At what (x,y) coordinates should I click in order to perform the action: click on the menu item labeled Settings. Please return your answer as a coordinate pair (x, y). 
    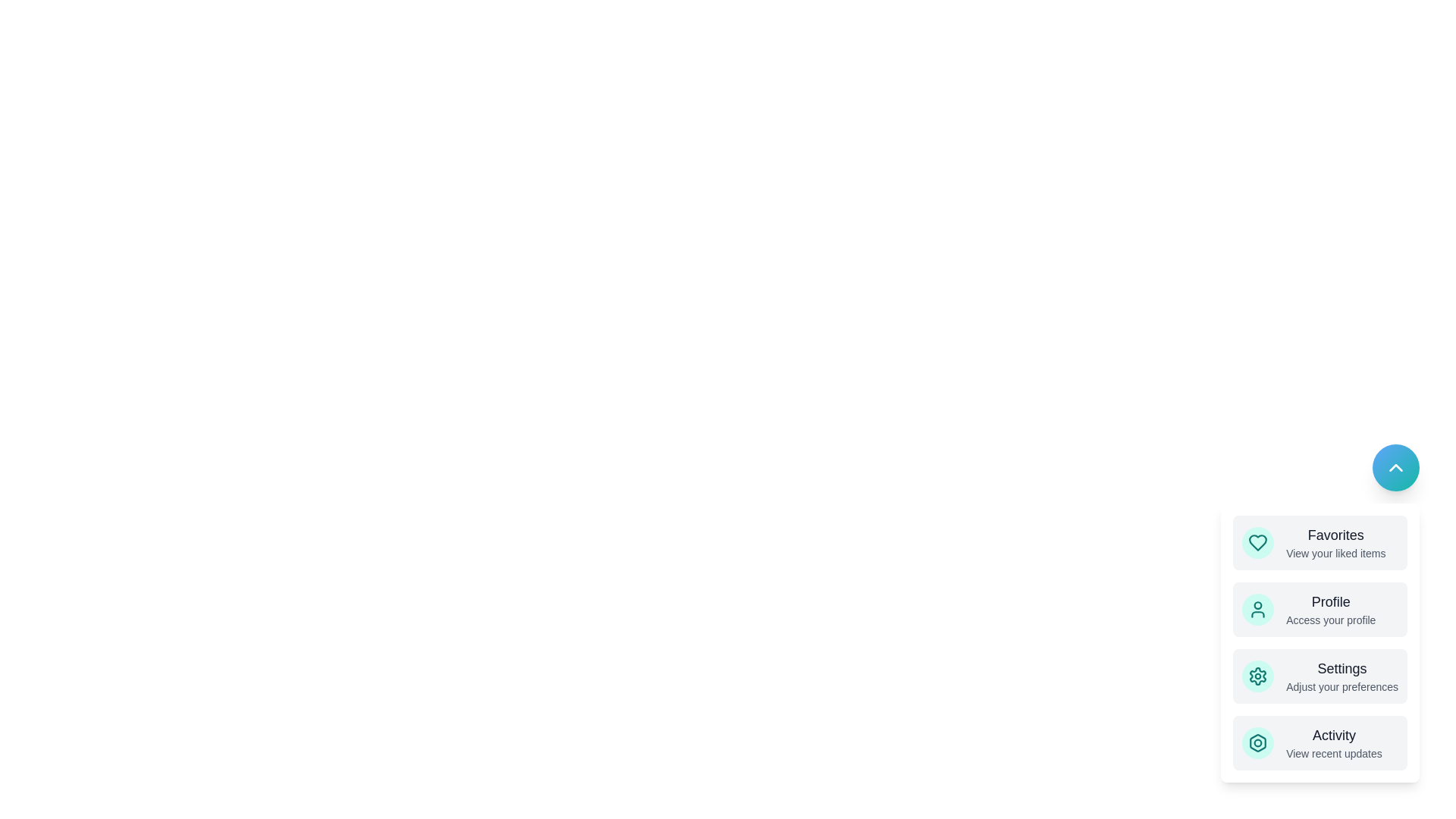
    Looking at the image, I should click on (1319, 675).